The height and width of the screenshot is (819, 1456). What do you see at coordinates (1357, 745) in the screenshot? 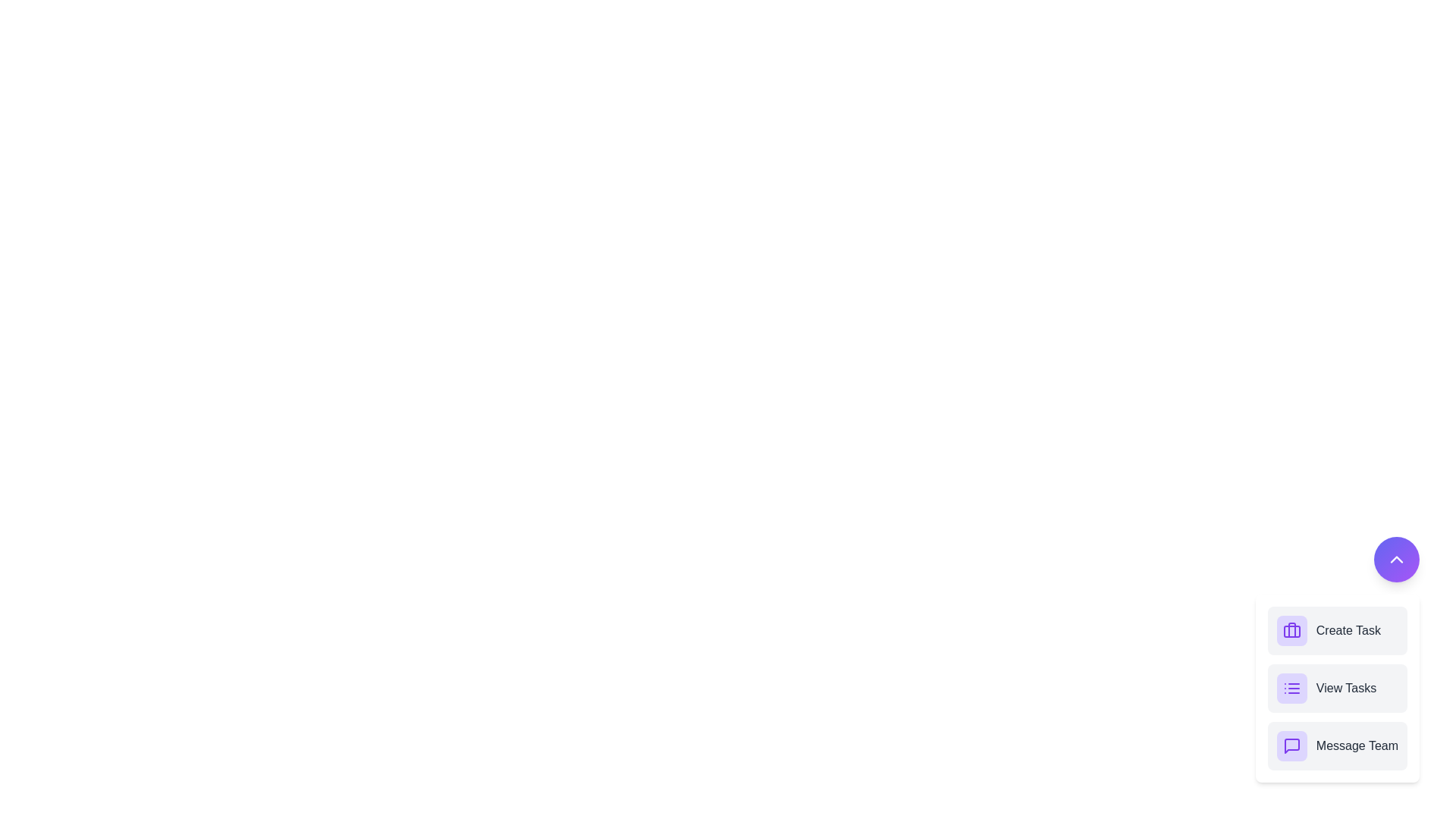
I see `the 'Message Team' button` at bounding box center [1357, 745].